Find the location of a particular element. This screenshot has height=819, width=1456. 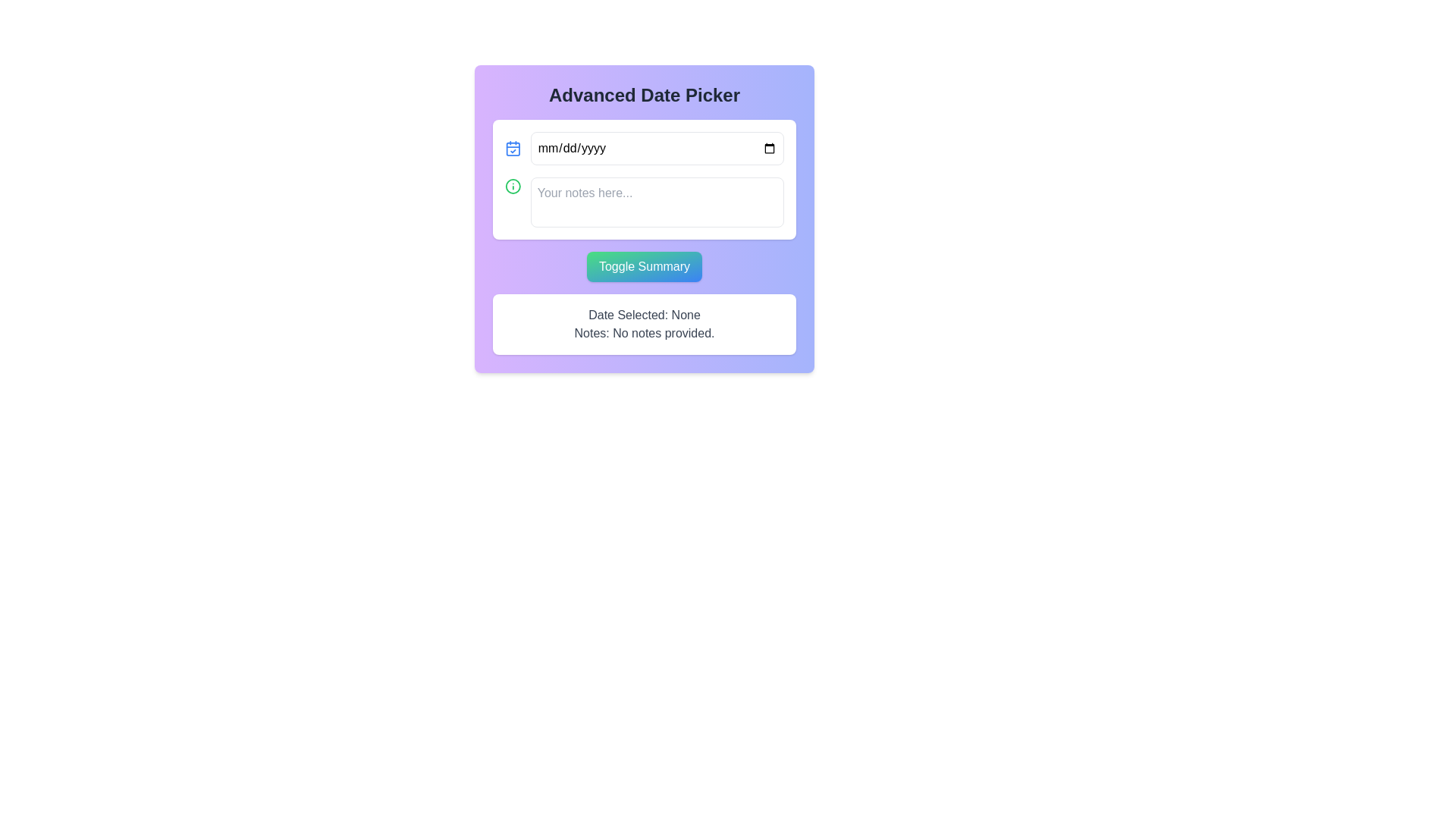

the summary display box located at the bottom of the 'Advanced Date Picker' section, directly below the 'Toggle Summary' button is located at coordinates (644, 324).